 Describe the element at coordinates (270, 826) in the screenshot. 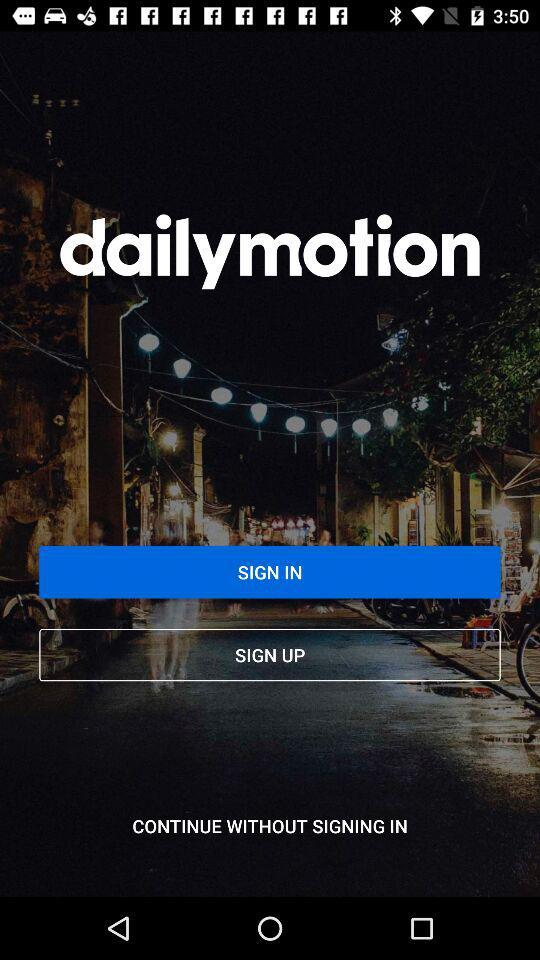

I see `icon below sign up` at that location.